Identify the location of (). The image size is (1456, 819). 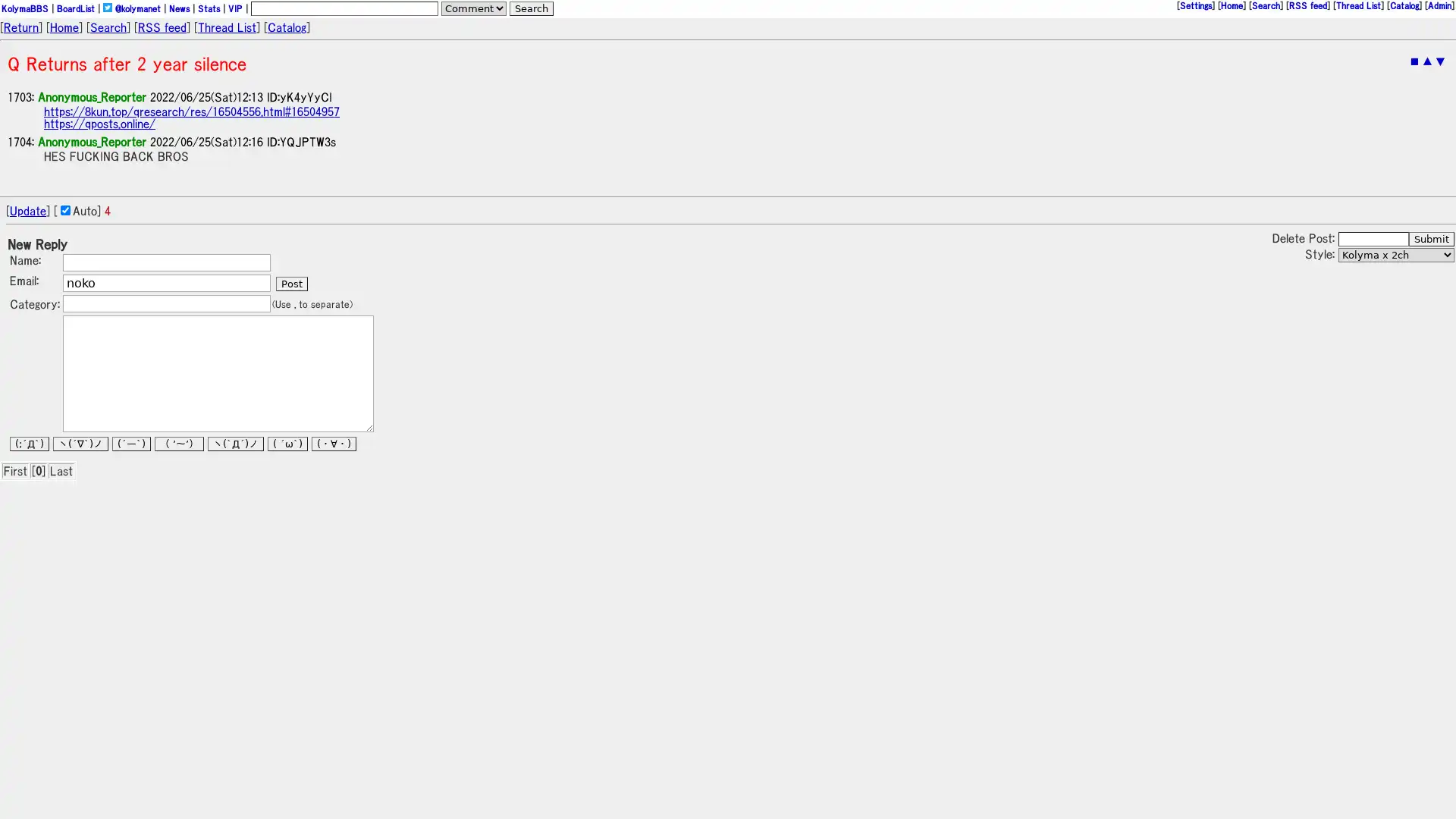
(333, 444).